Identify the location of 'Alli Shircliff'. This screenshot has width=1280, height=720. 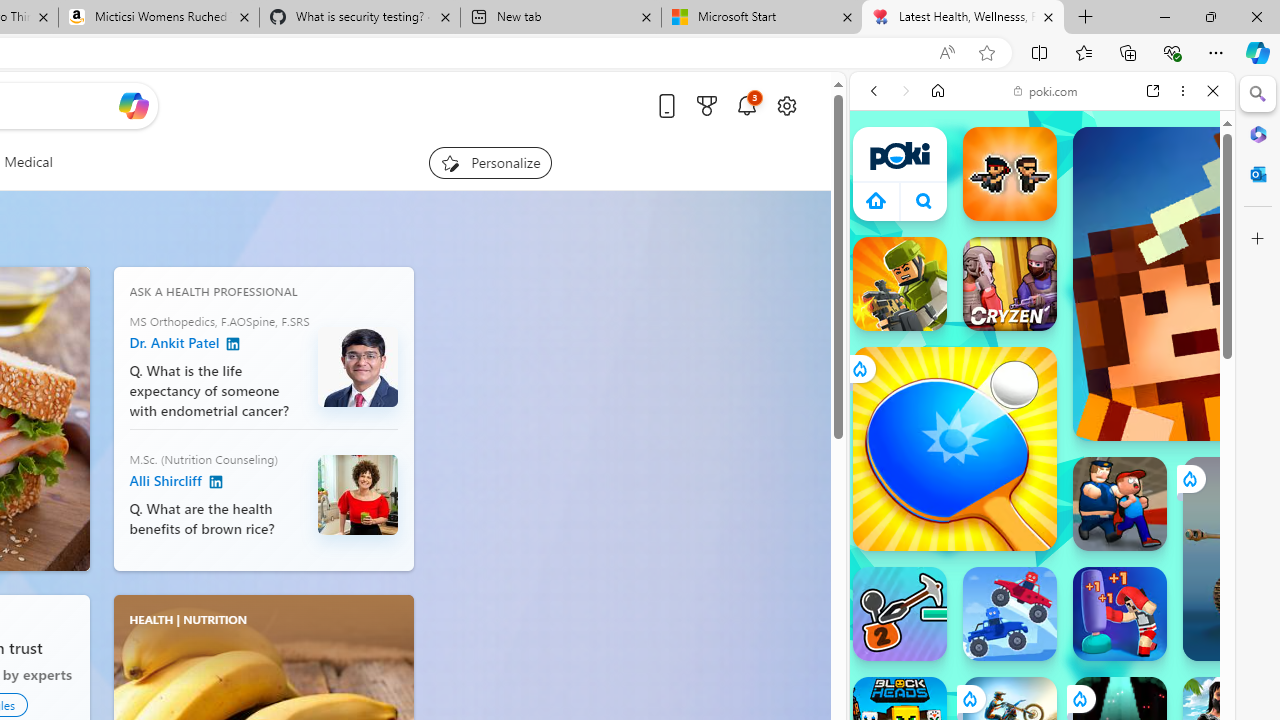
(215, 483).